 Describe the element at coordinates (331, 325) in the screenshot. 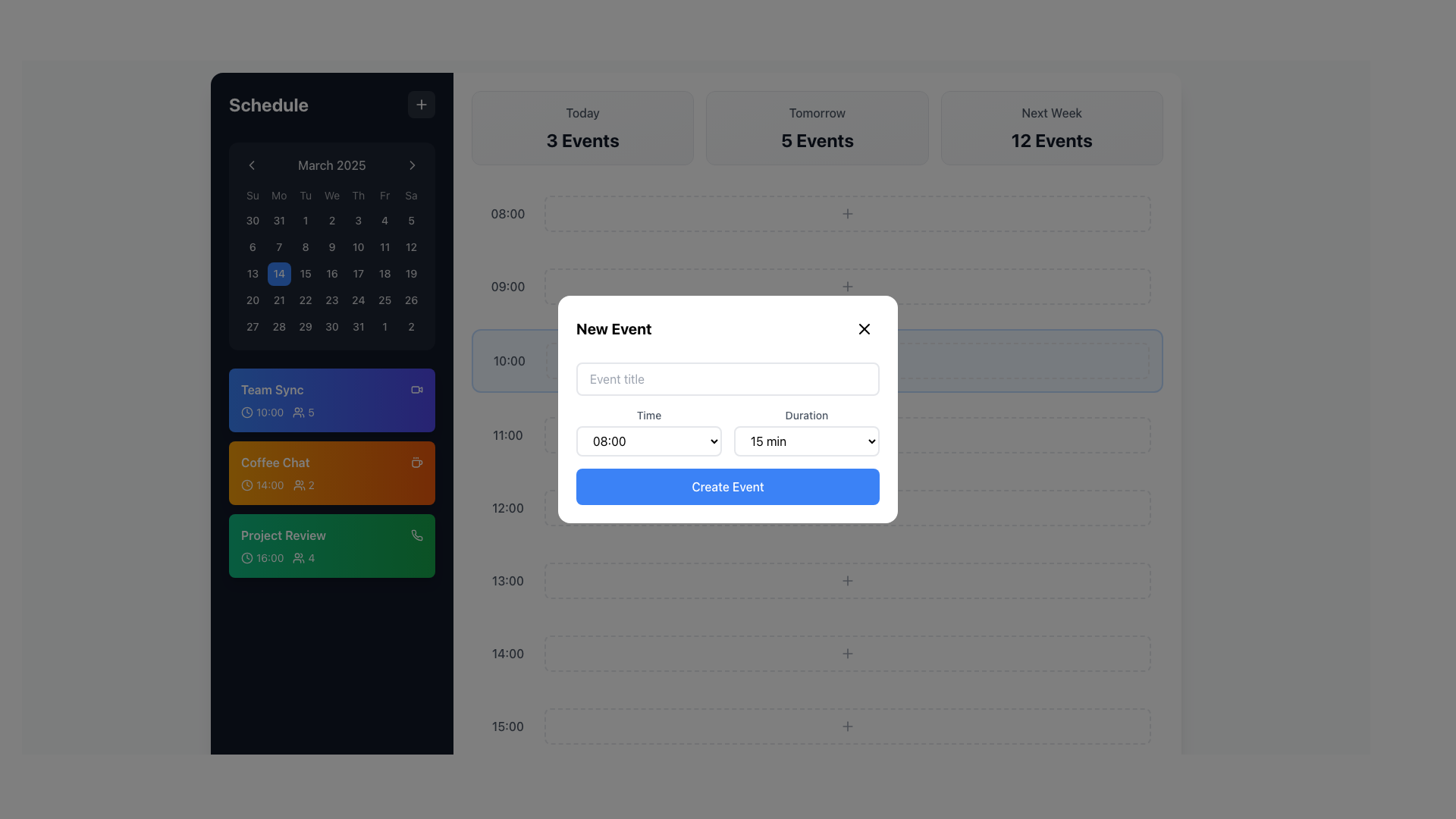

I see `the square-shaped button displaying '30' in medium-sized font, located` at that location.